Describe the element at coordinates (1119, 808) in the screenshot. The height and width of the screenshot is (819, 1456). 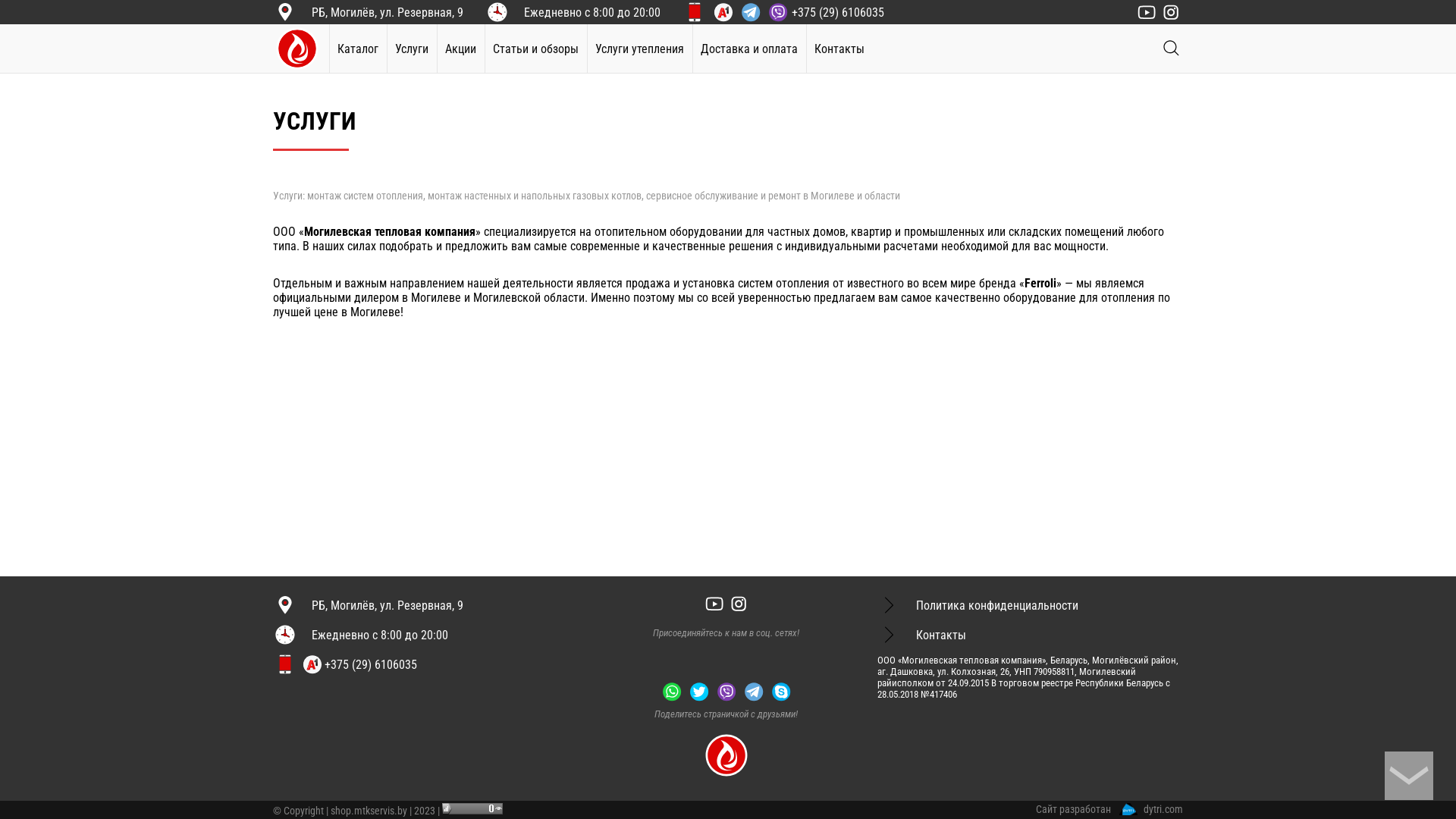
I see `'dytri.com'` at that location.